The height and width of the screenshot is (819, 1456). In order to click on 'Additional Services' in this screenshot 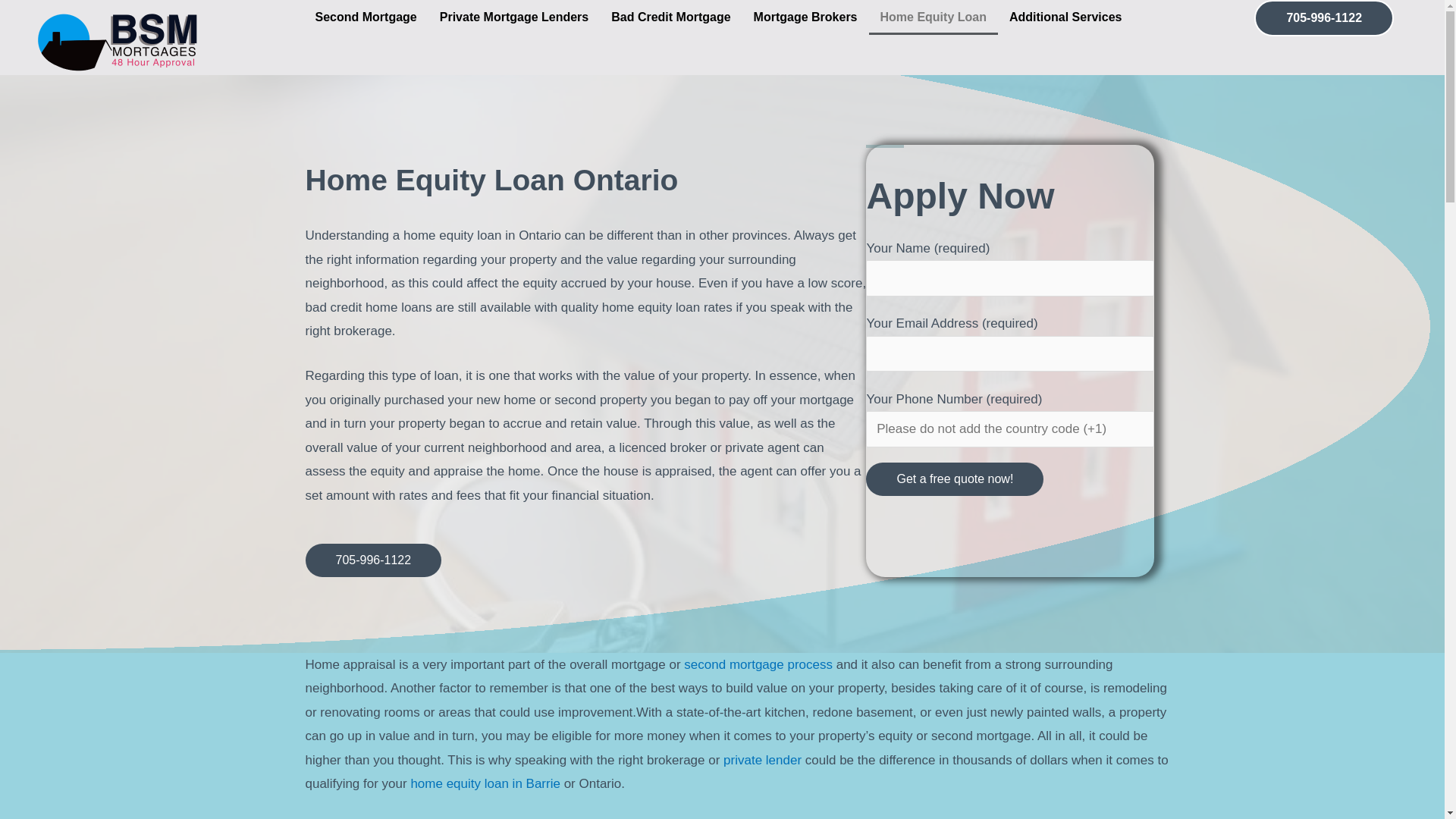, I will do `click(1068, 17)`.